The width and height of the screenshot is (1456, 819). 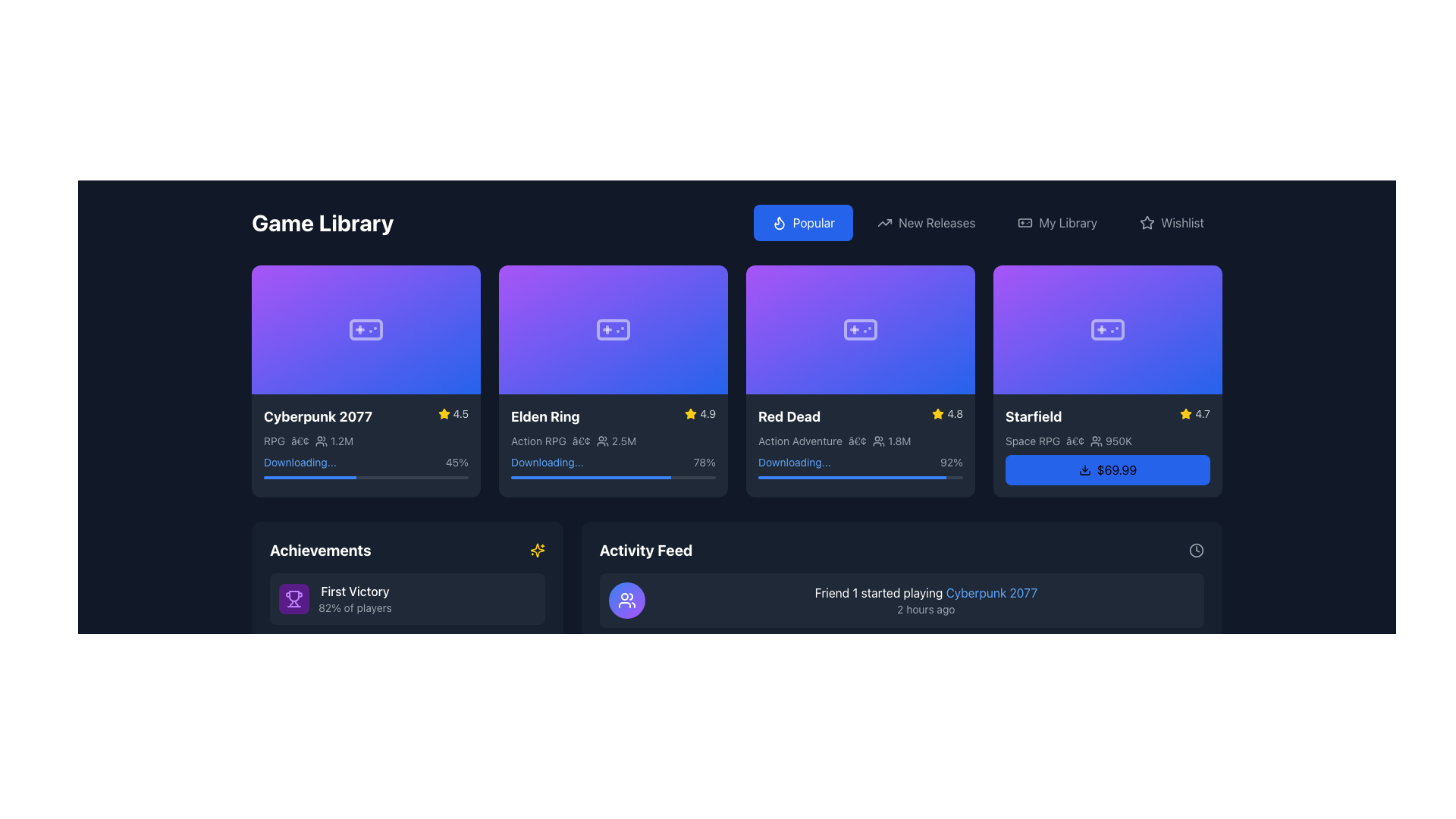 I want to click on the blue filled segment of the progress bar located under the 'Downloading...' text in the 'Cyberpunk 2077' game card, so click(x=309, y=476).